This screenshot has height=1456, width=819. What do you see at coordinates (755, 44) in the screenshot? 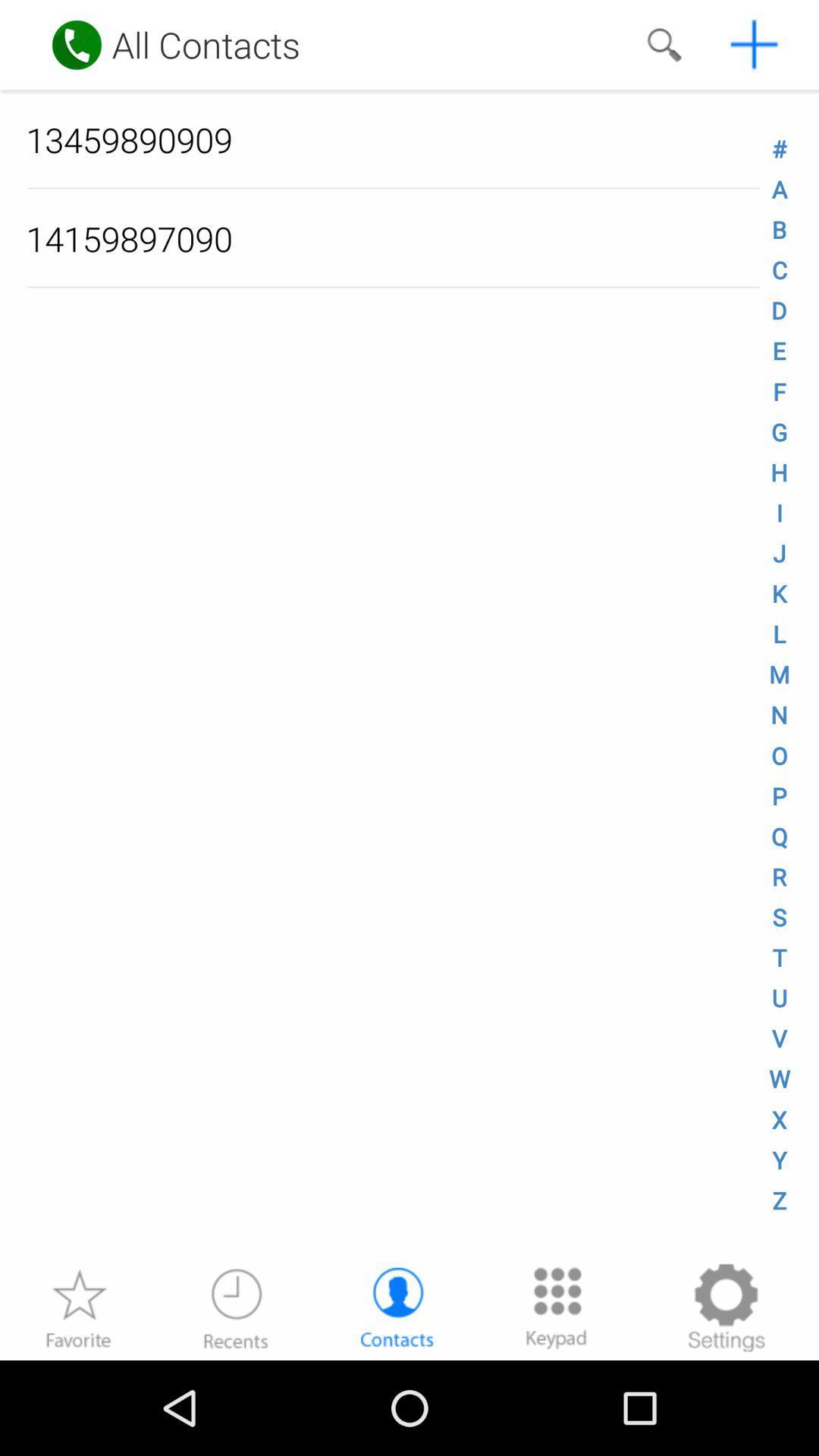
I see `the button on the top right side of the web page` at bounding box center [755, 44].